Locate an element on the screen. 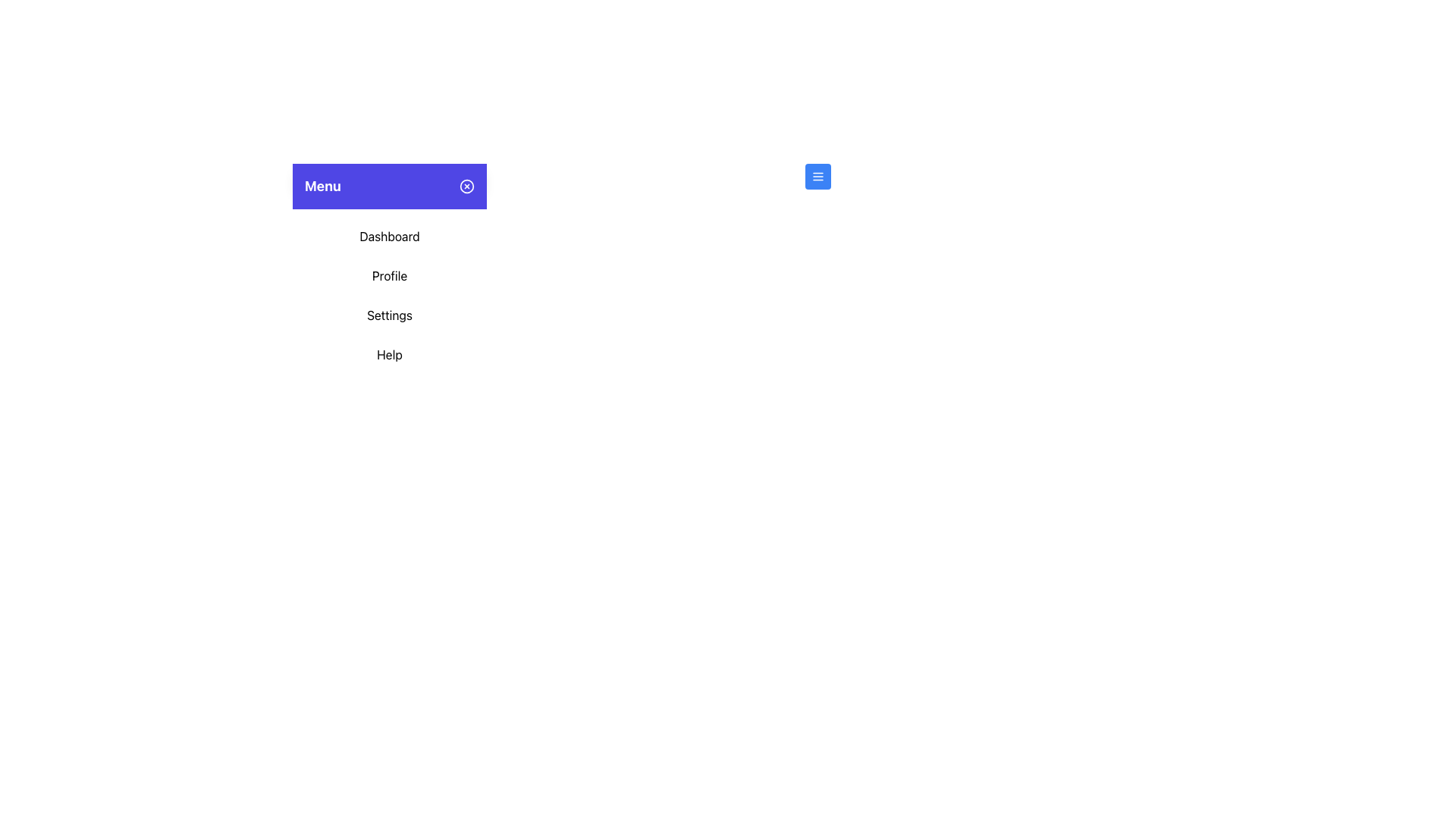  the fourth navigation button in the vertically arranged menu list, located beneath the 'Settings' button, to highlight it is located at coordinates (389, 354).